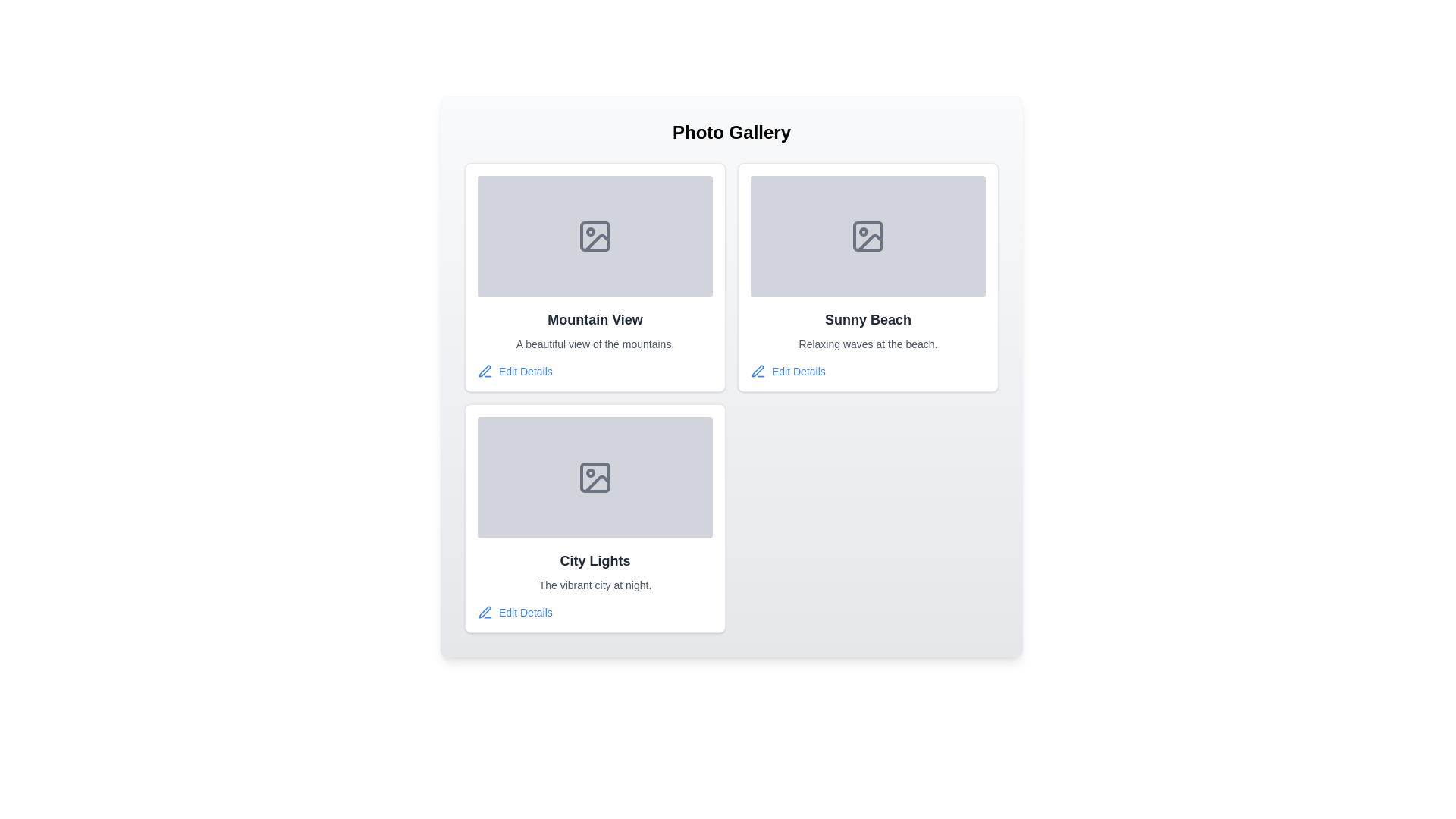  What do you see at coordinates (514, 371) in the screenshot?
I see `the 'Edit Details' button for the gallery item titled 'Mountain View'` at bounding box center [514, 371].